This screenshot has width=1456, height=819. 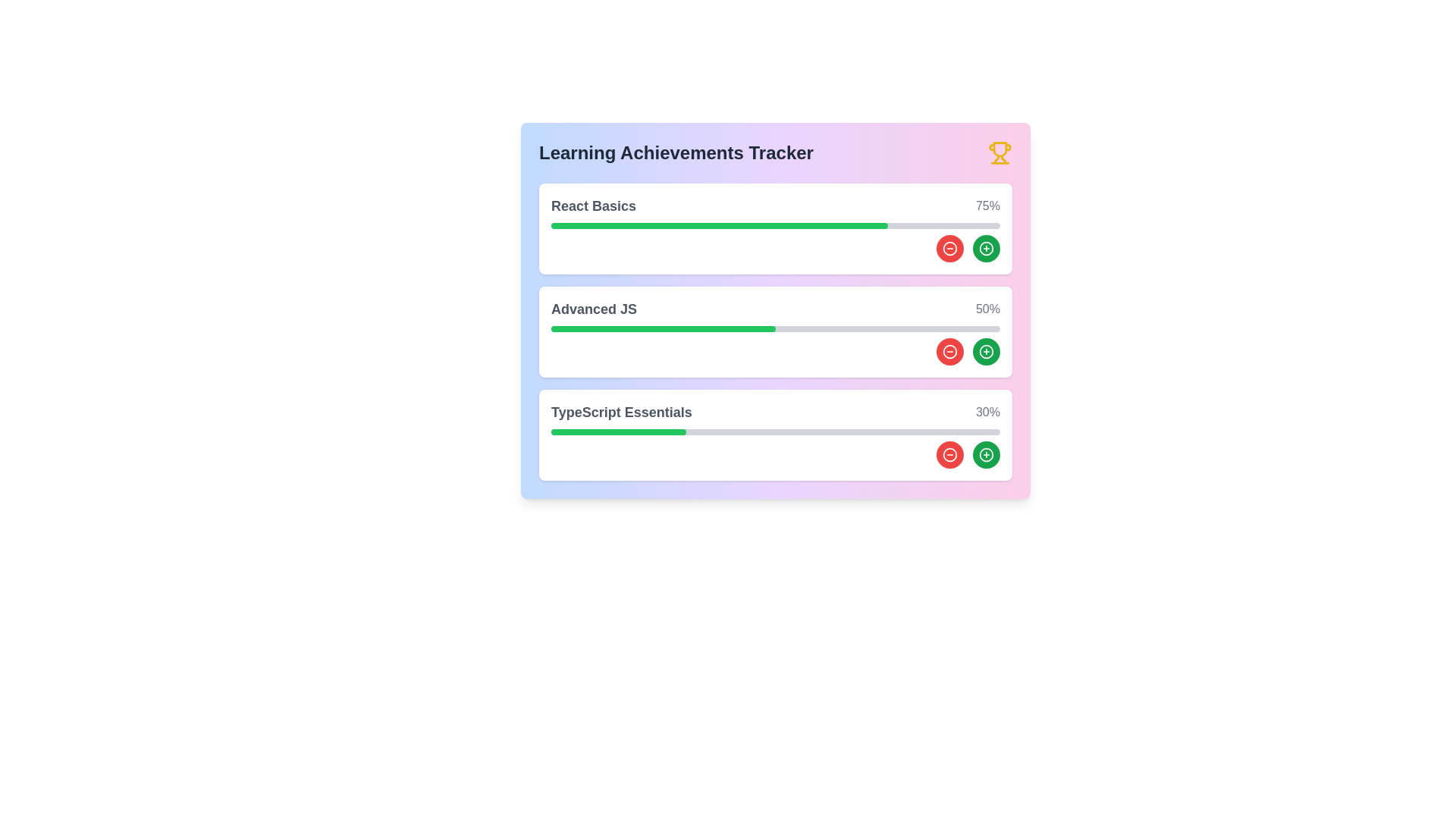 I want to click on the progress bar indicating 75% completion located beneath the text 'React Basics', so click(x=775, y=225).